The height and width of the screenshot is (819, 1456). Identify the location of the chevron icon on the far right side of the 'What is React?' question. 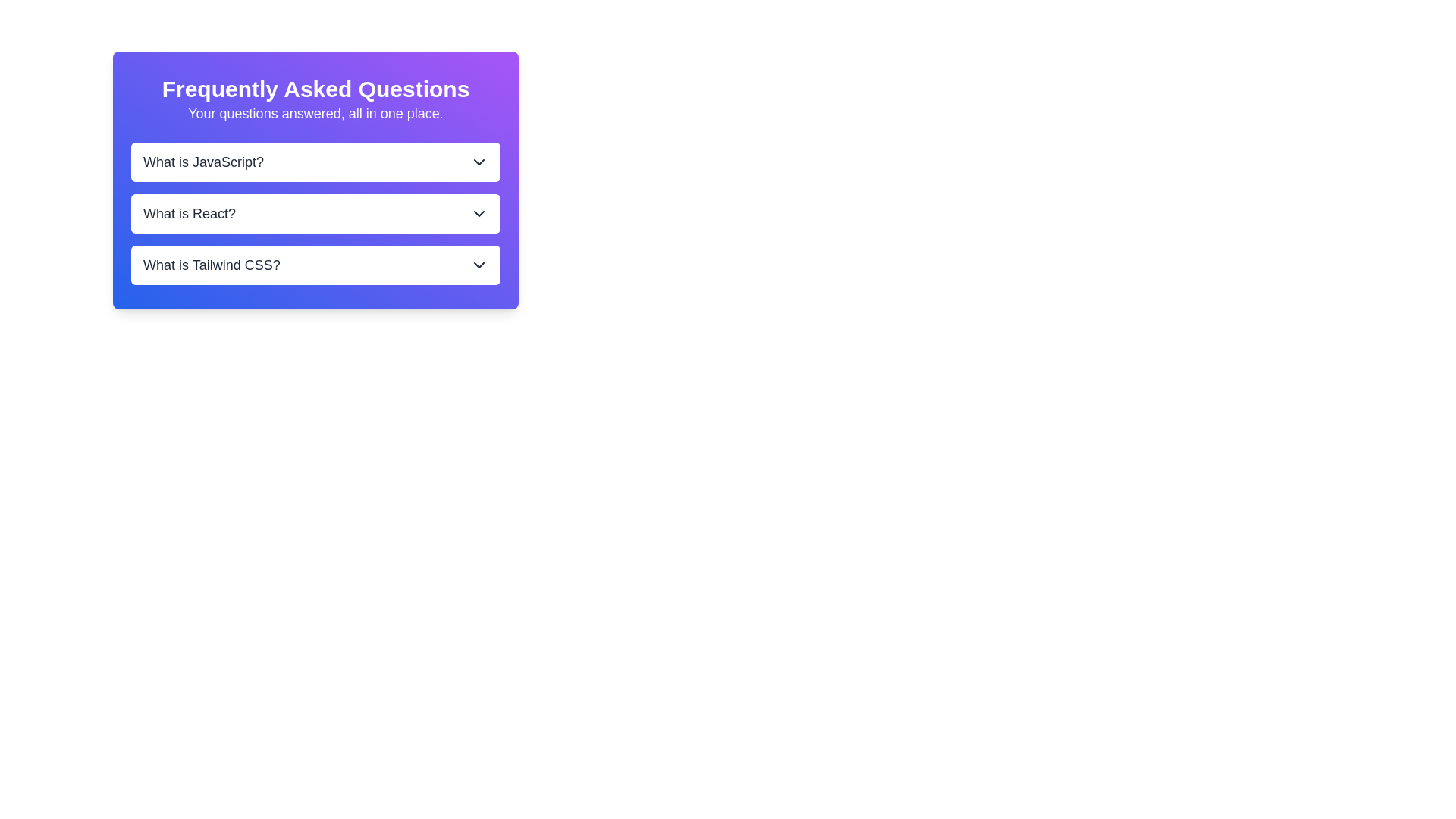
(479, 213).